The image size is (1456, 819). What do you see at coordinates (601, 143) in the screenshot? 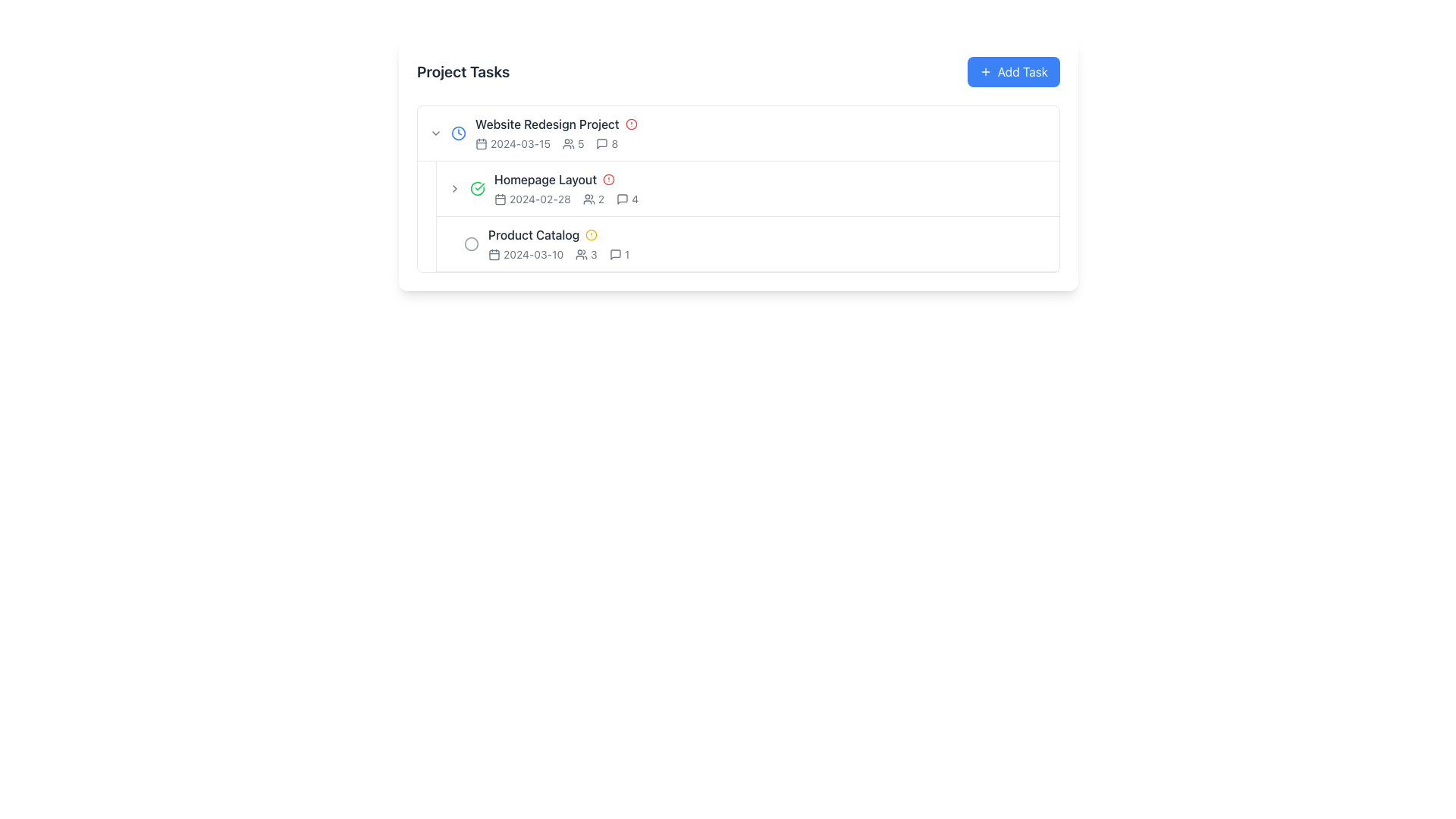
I see `the speech bubble icon representing chat functionality, which is located to the left of the number '8' in the task list for the 'Website Redesign Project'` at bounding box center [601, 143].